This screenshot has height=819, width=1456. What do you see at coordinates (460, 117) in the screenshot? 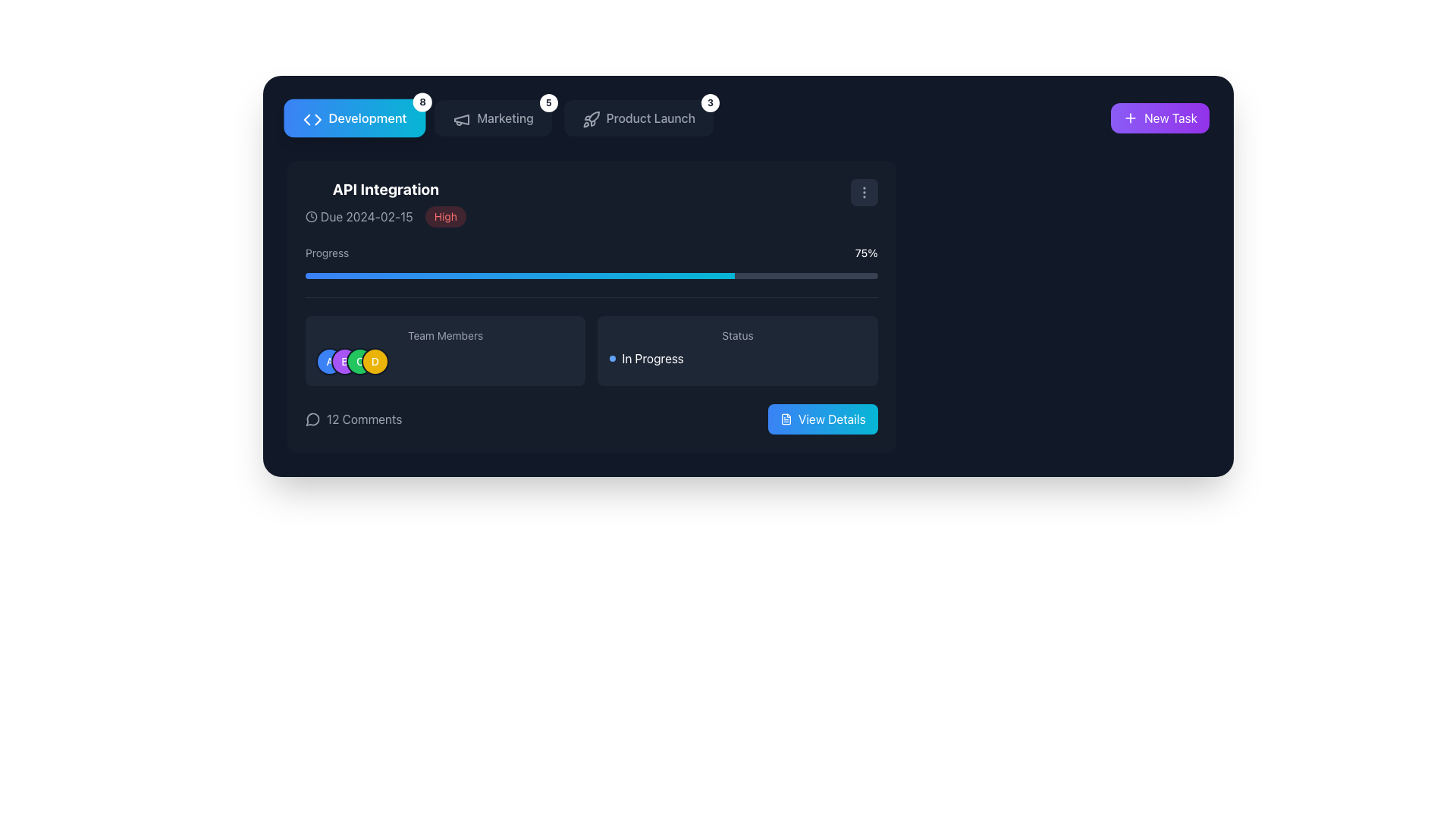
I see `the 'Marketing' icon located` at bounding box center [460, 117].